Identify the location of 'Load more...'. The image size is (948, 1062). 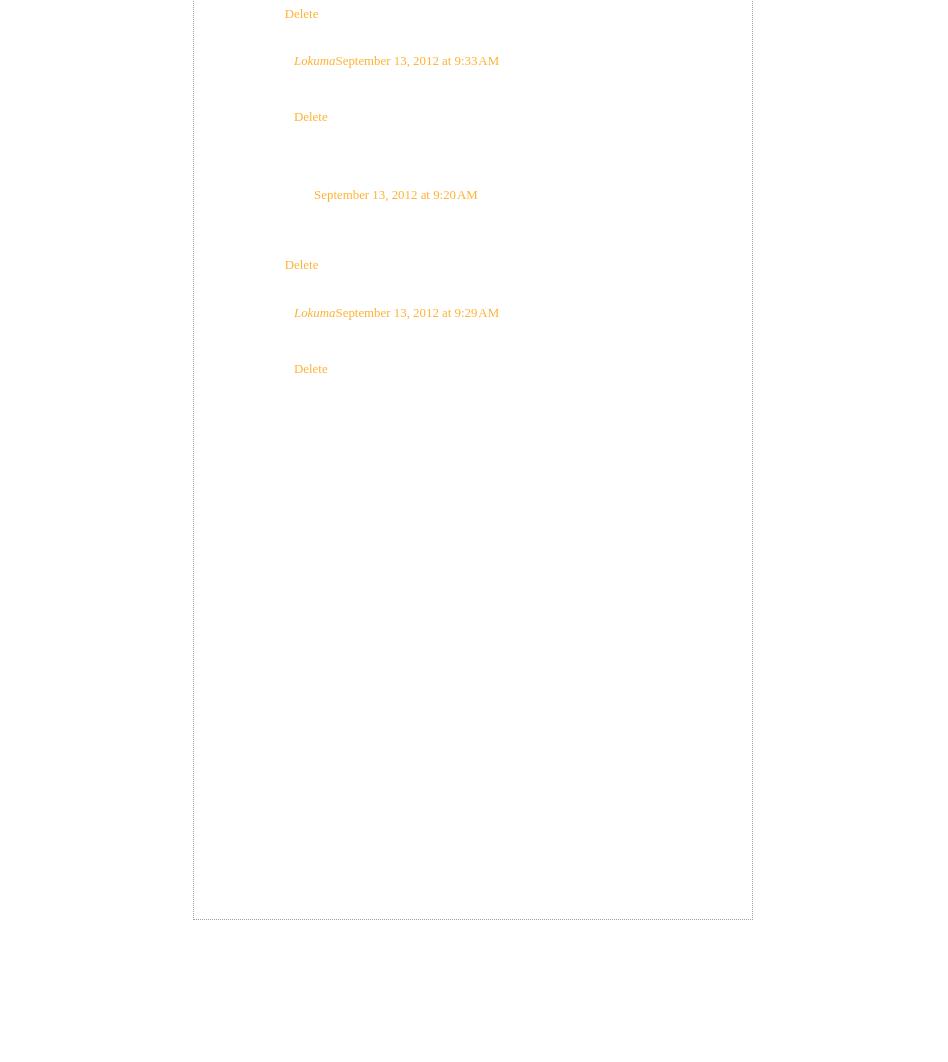
(246, 455).